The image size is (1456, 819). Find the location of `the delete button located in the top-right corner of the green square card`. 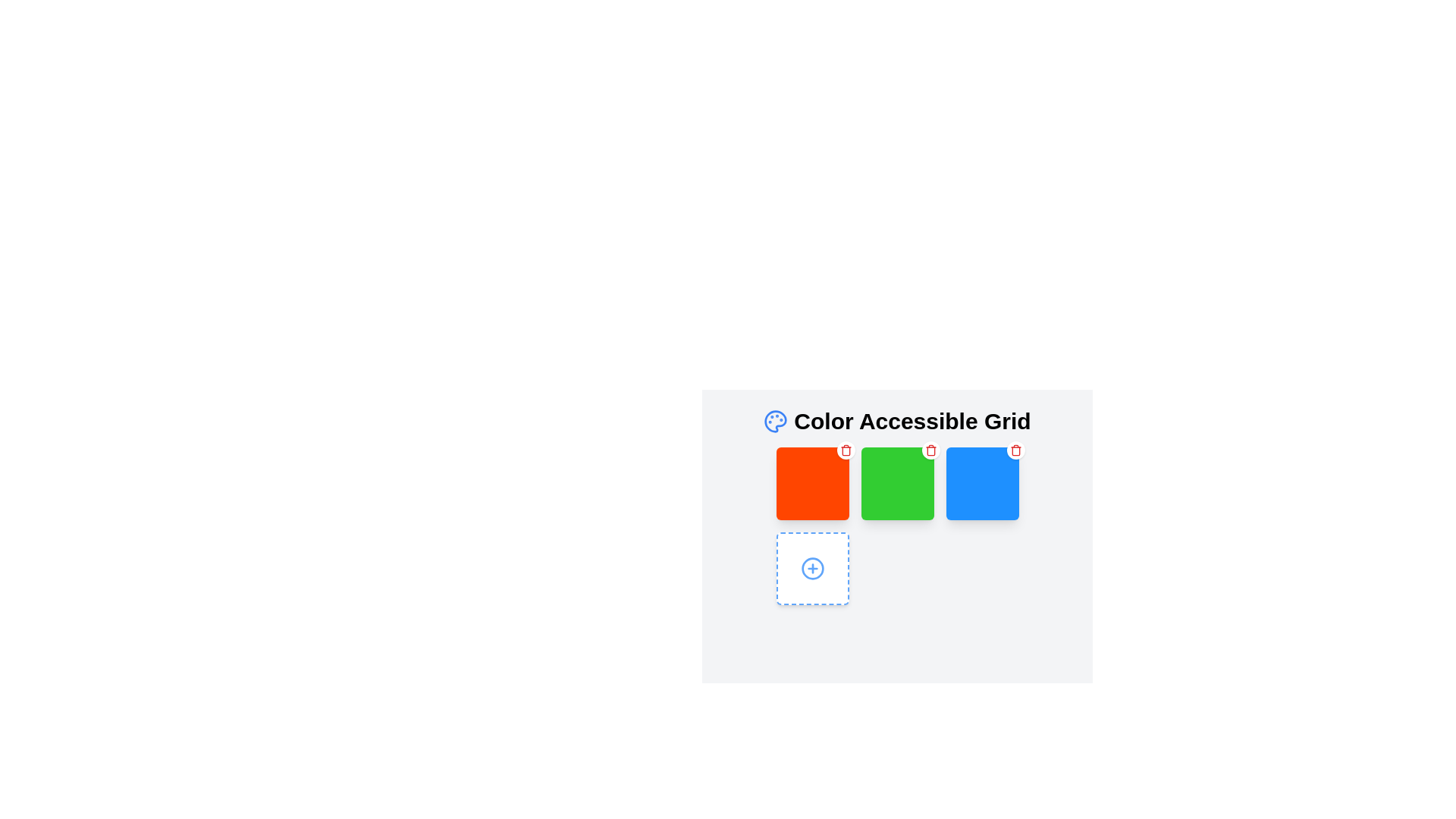

the delete button located in the top-right corner of the green square card is located at coordinates (930, 450).